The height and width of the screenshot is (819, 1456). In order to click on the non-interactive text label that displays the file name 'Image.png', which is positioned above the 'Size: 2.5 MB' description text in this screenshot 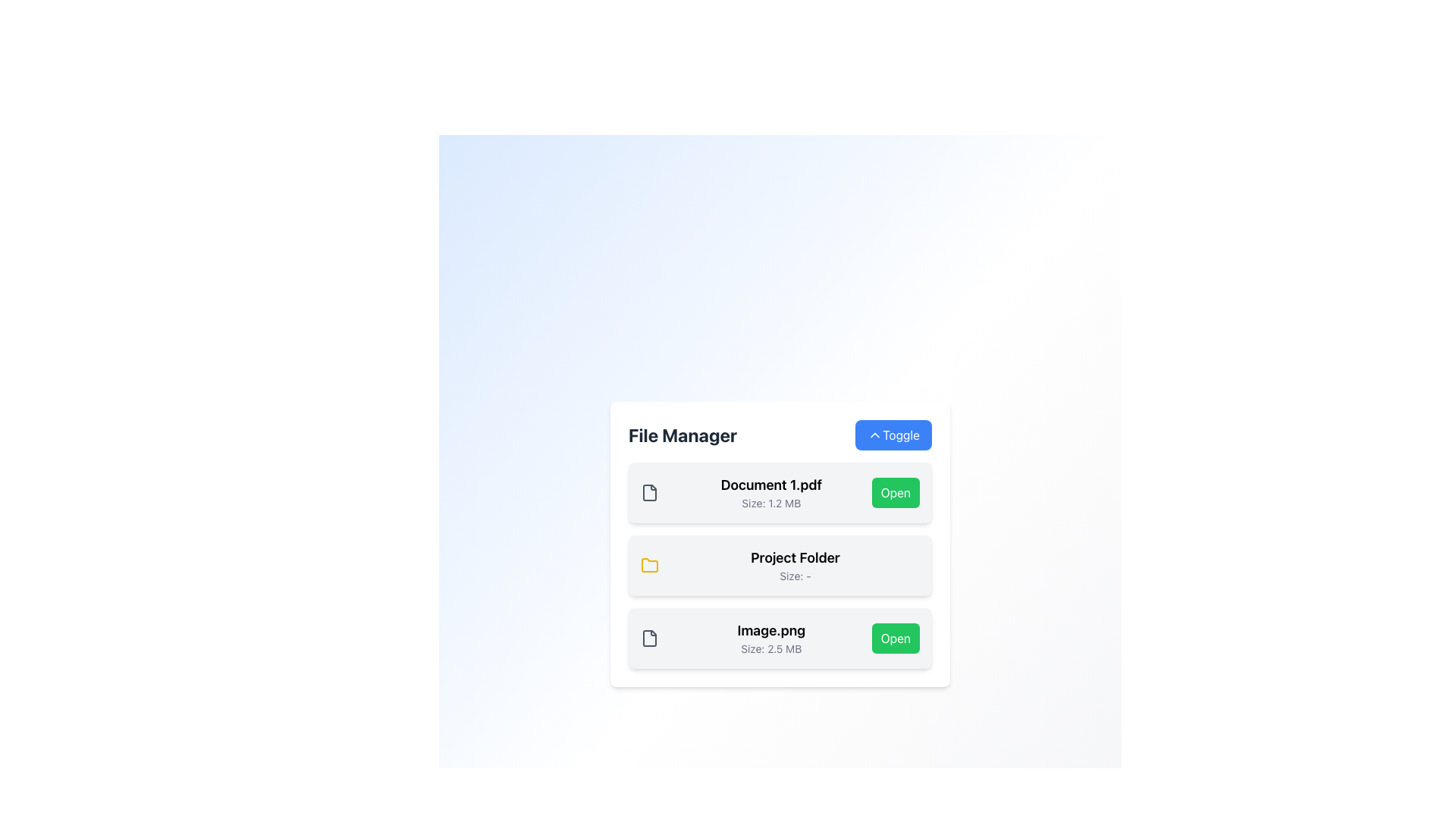, I will do `click(771, 631)`.